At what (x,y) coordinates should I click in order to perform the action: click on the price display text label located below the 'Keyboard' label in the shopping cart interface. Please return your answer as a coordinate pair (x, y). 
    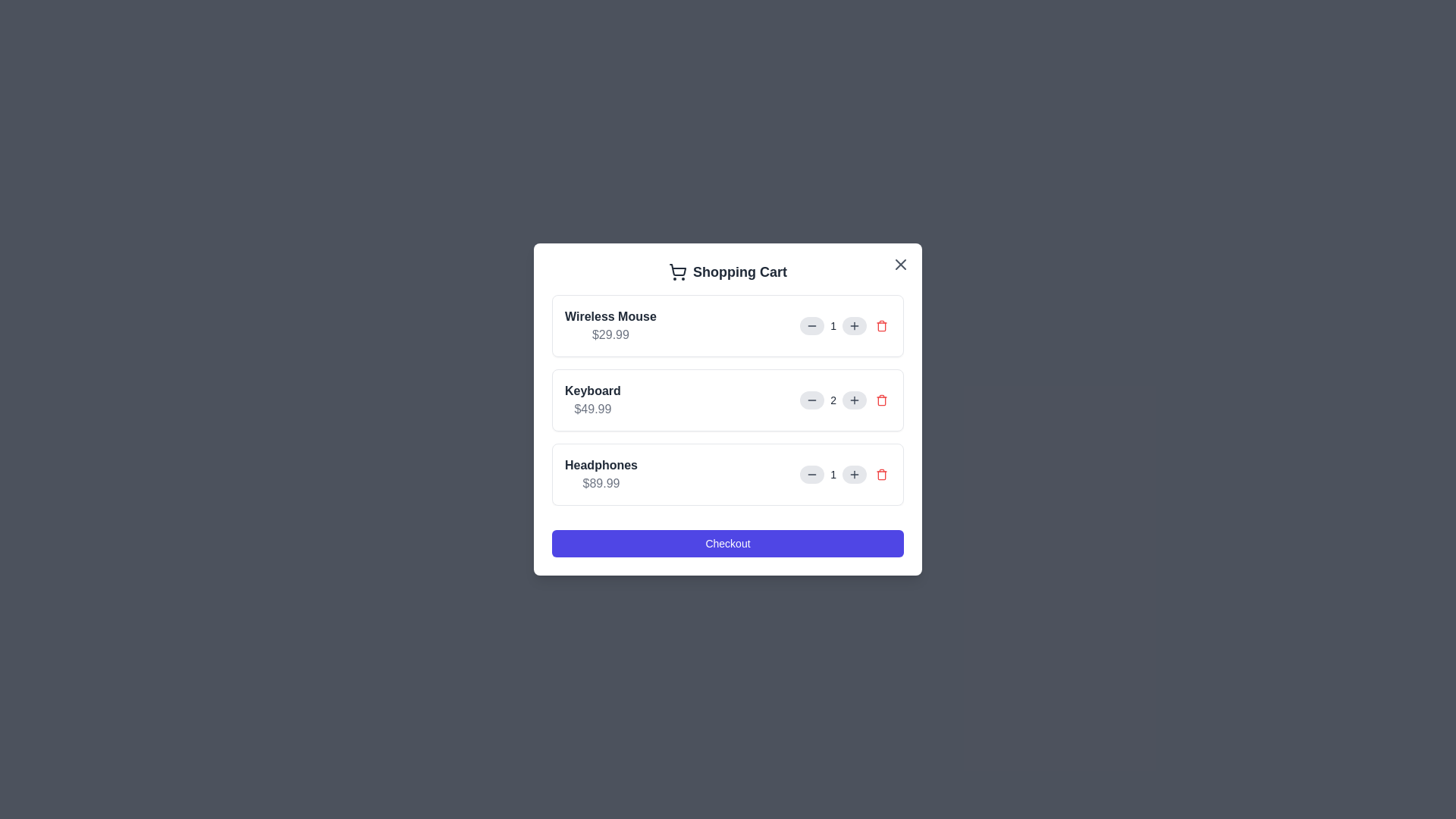
    Looking at the image, I should click on (591, 409).